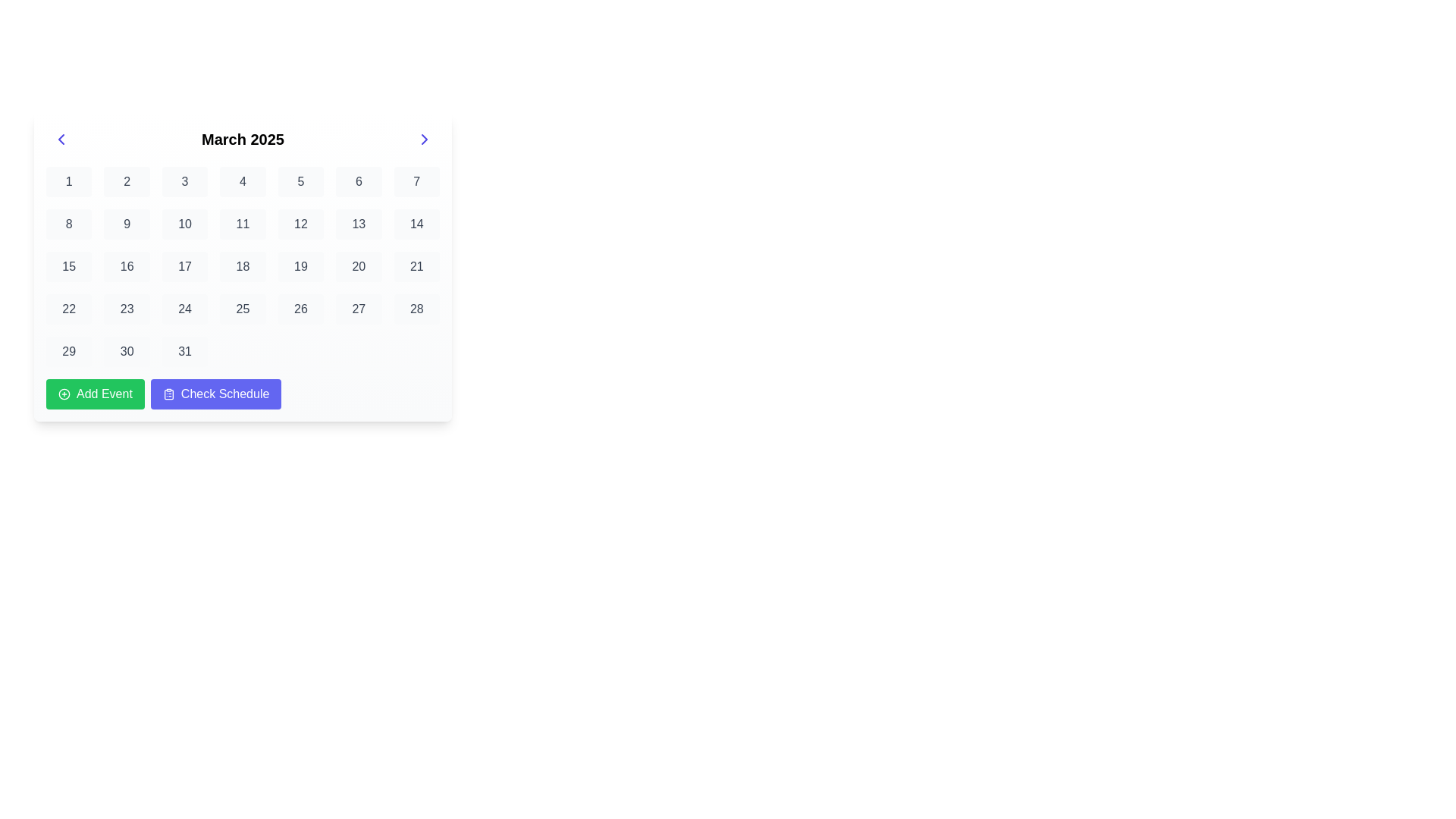 This screenshot has width=1456, height=819. What do you see at coordinates (243, 309) in the screenshot?
I see `the Day cell in the calendar grid for March 2025, which is the light gray box containing the number '25'` at bounding box center [243, 309].